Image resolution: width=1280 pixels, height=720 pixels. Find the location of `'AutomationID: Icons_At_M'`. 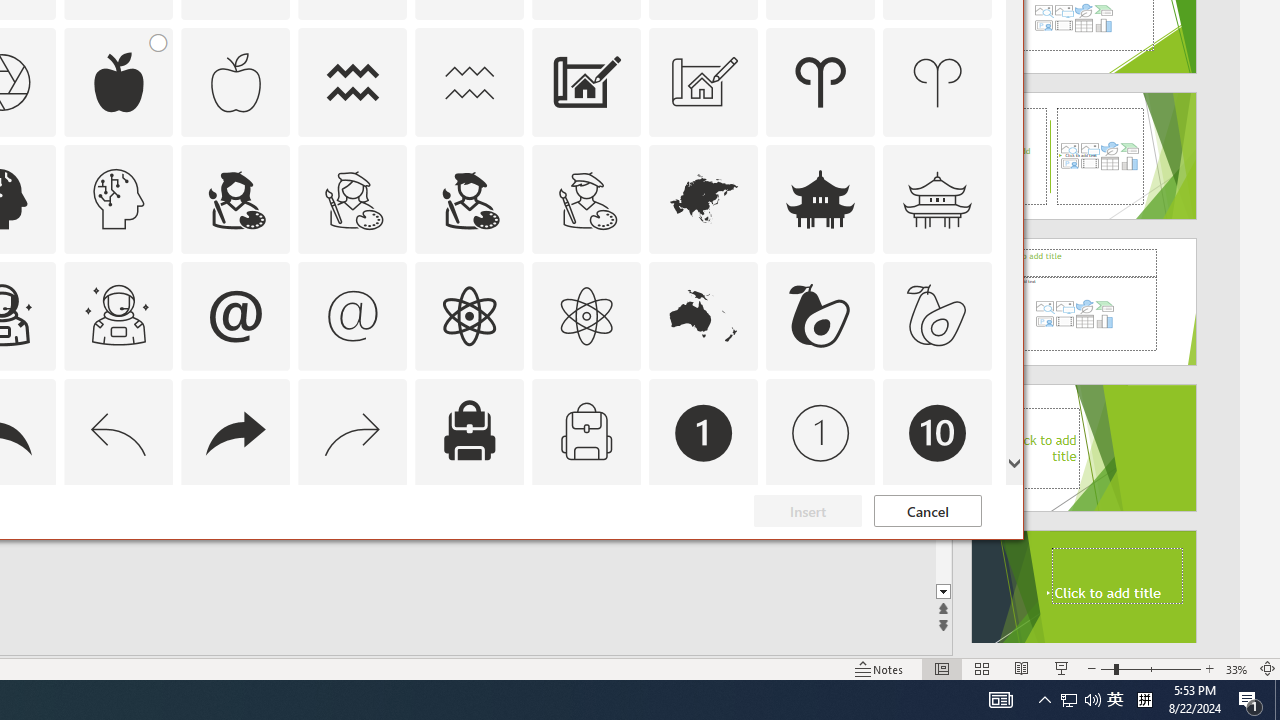

'AutomationID: Icons_At_M' is located at coordinates (353, 315).